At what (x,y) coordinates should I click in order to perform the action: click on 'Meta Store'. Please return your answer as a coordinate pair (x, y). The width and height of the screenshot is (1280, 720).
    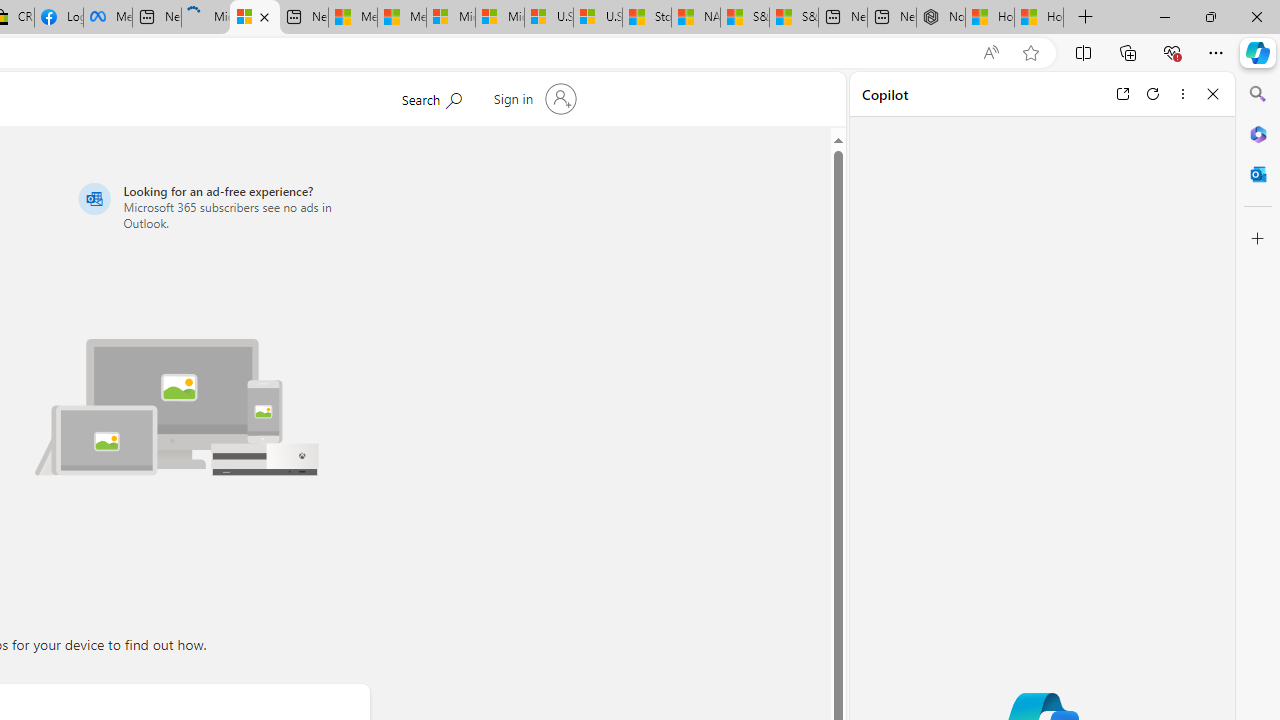
    Looking at the image, I should click on (107, 17).